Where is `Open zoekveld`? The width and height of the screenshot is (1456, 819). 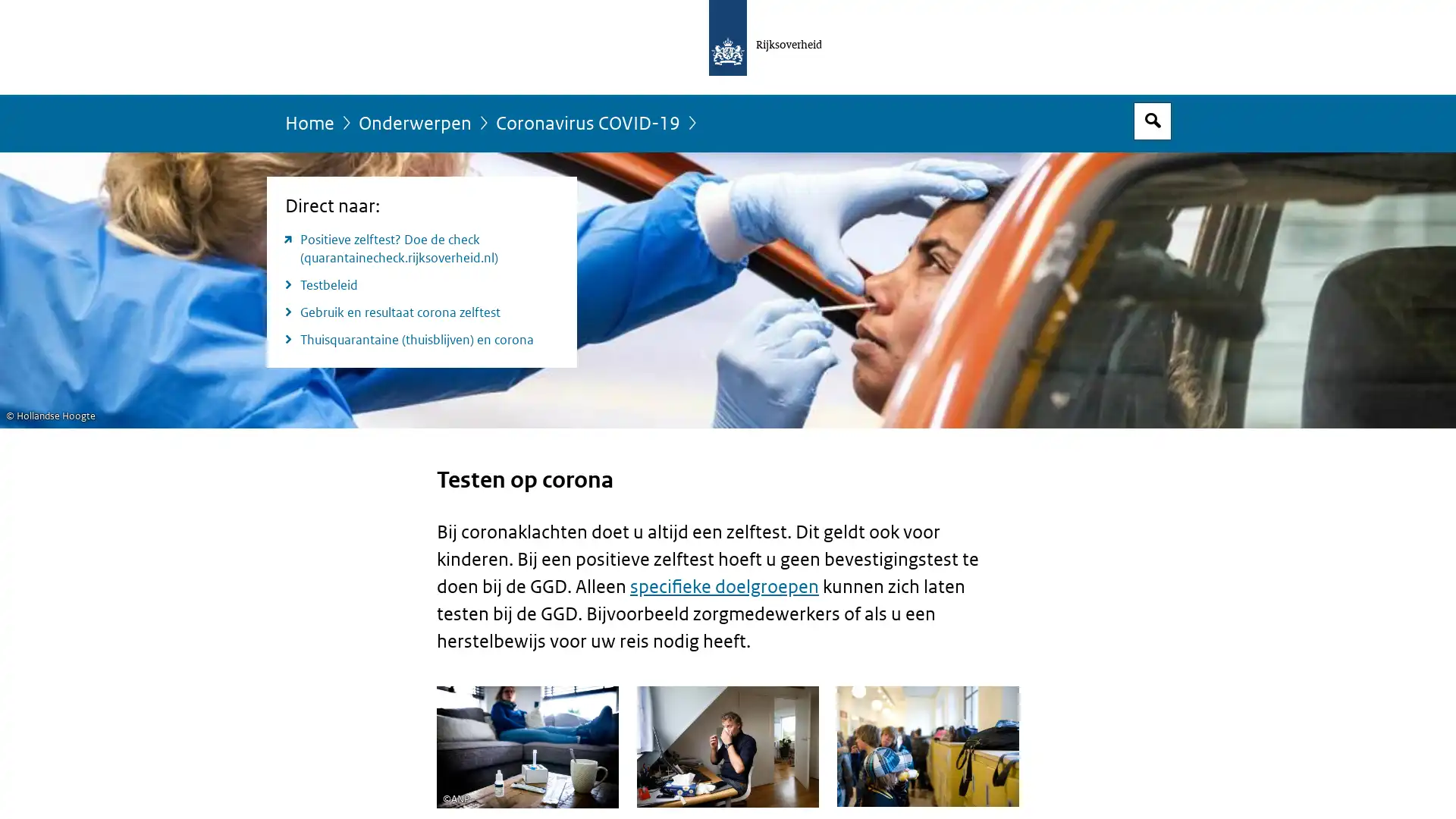
Open zoekveld is located at coordinates (1153, 120).